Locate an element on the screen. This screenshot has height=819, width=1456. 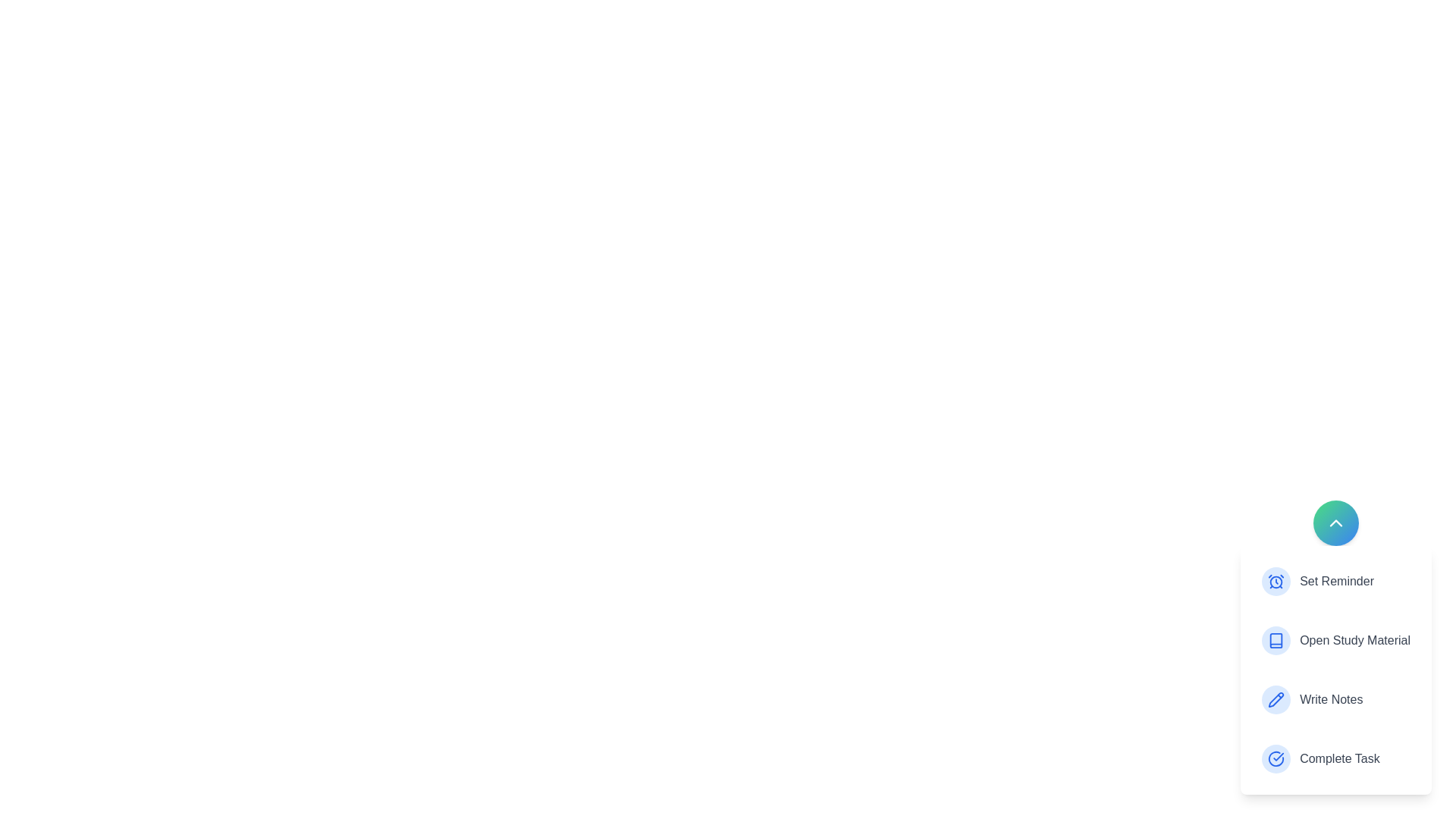
the action Open Study Material from the menu is located at coordinates (1335, 640).